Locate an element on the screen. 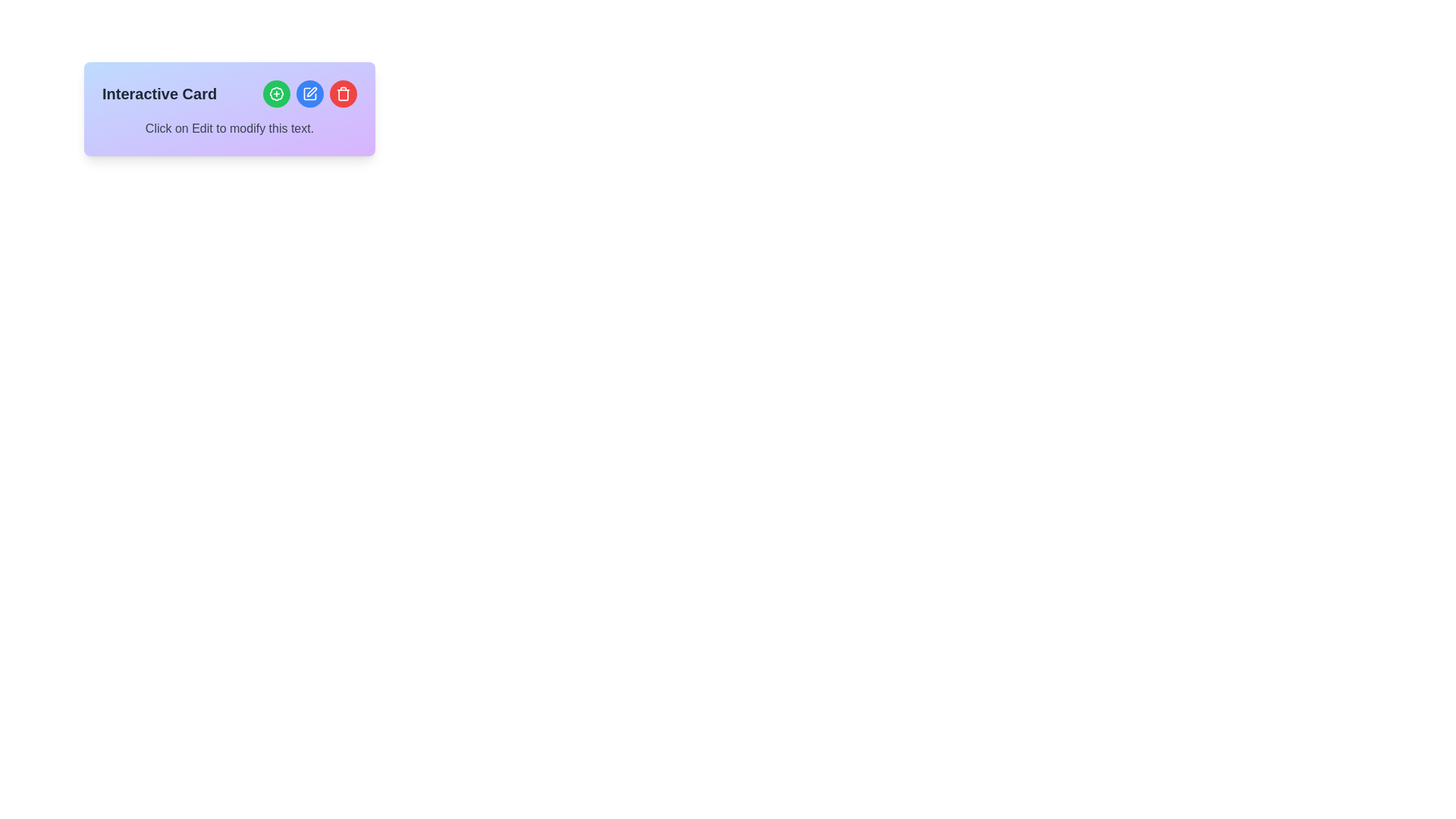 The image size is (1456, 819). the circular red button with a white border and trash can icon, located at the far right of the button group in the top-right of the 'Interactive Card.' is located at coordinates (342, 93).